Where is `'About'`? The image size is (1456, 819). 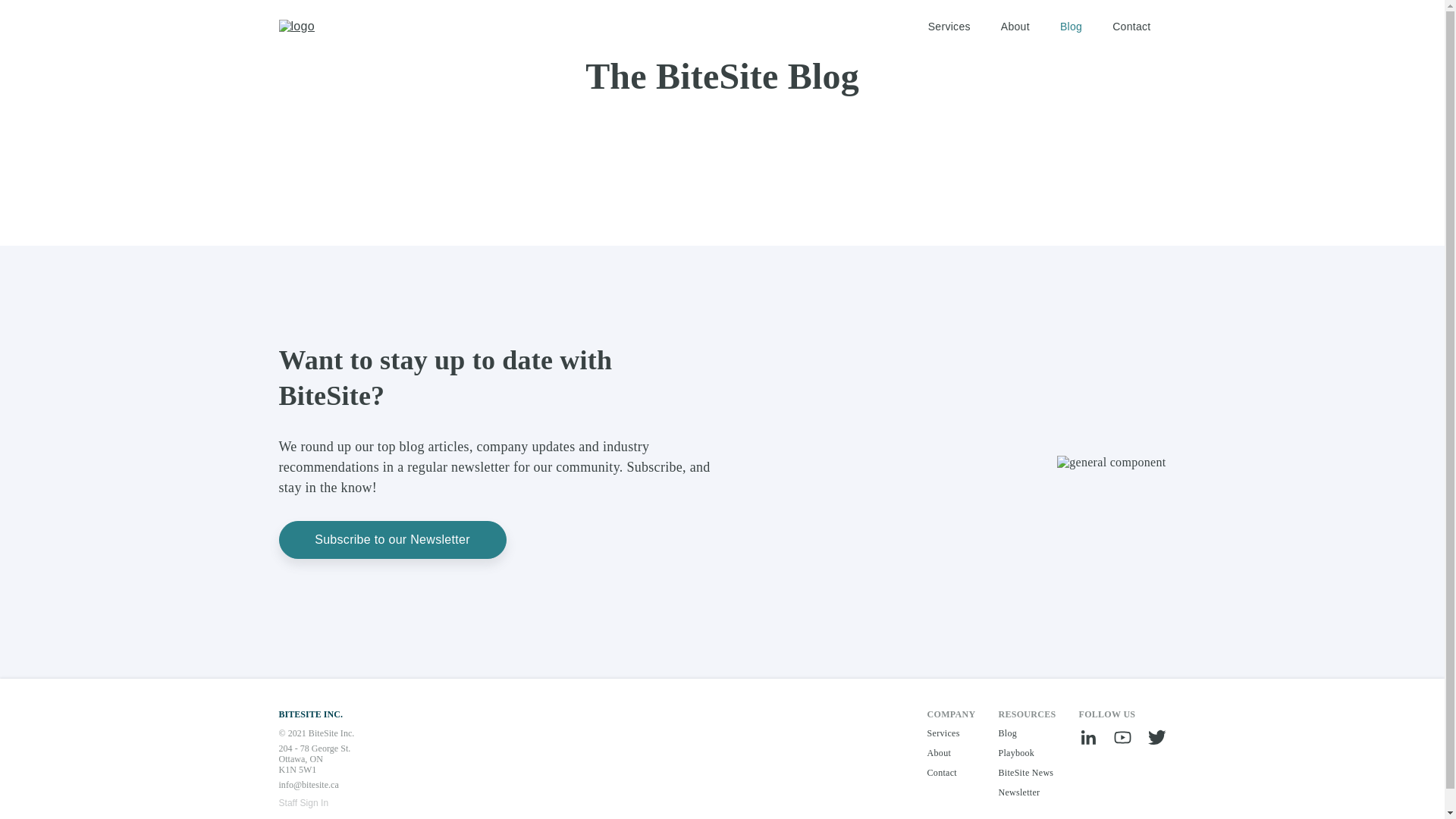
'About' is located at coordinates (950, 752).